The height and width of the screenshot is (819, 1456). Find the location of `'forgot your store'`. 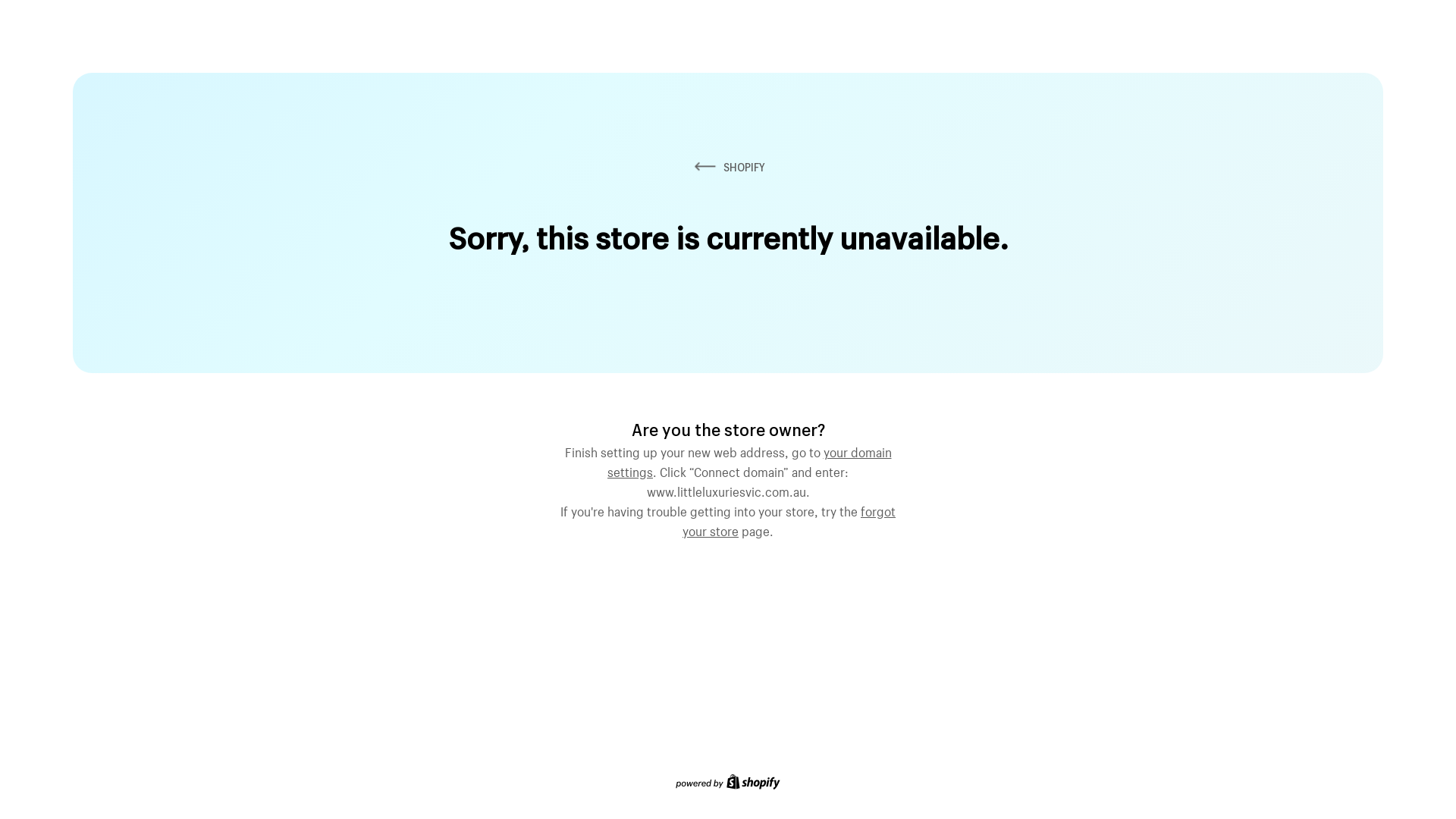

'forgot your store' is located at coordinates (789, 519).